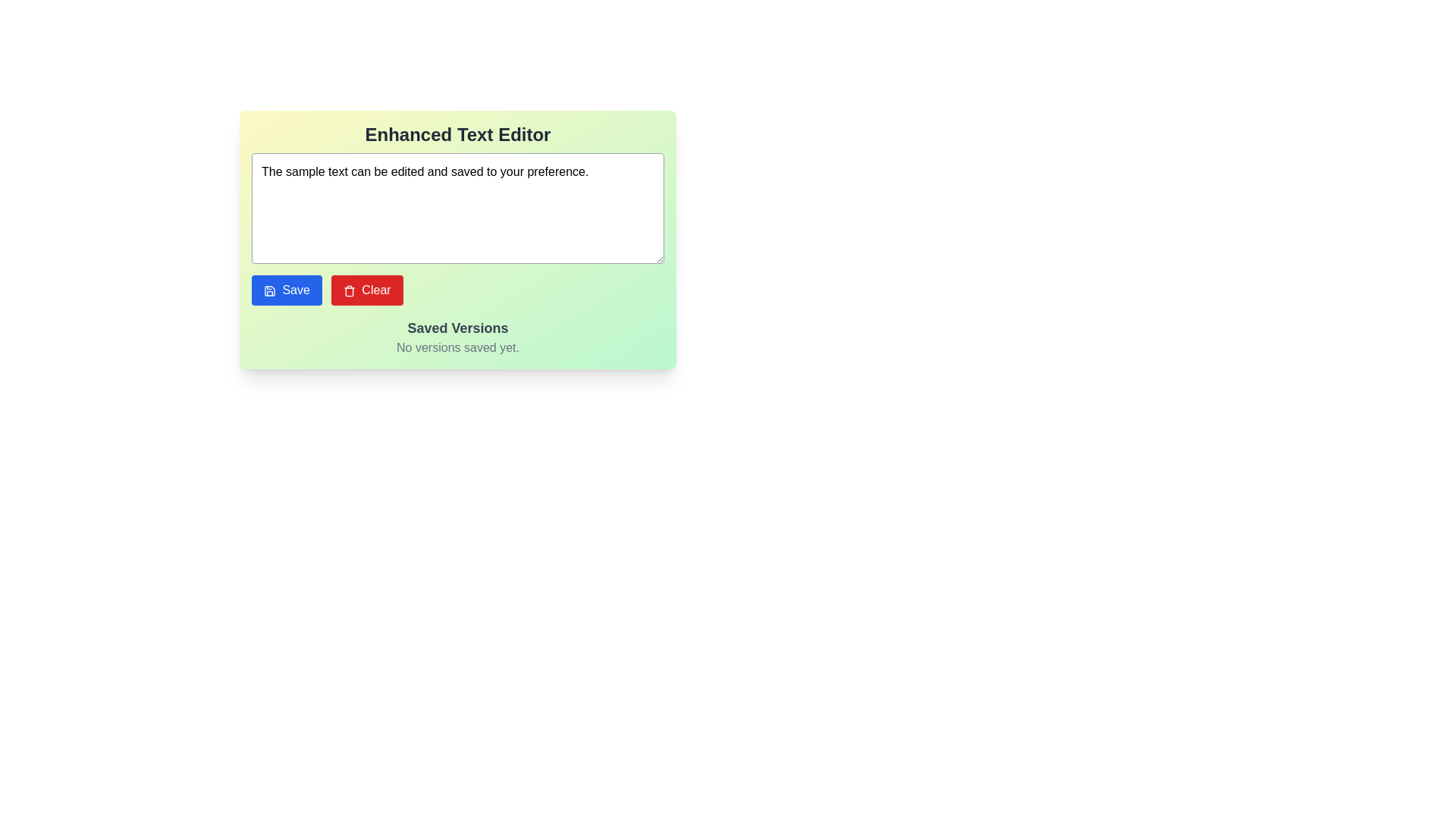  Describe the element at coordinates (457, 348) in the screenshot. I see `the text label displaying 'No versions saved yet.' which is located below the 'Saved Versions' header in the green background area` at that location.